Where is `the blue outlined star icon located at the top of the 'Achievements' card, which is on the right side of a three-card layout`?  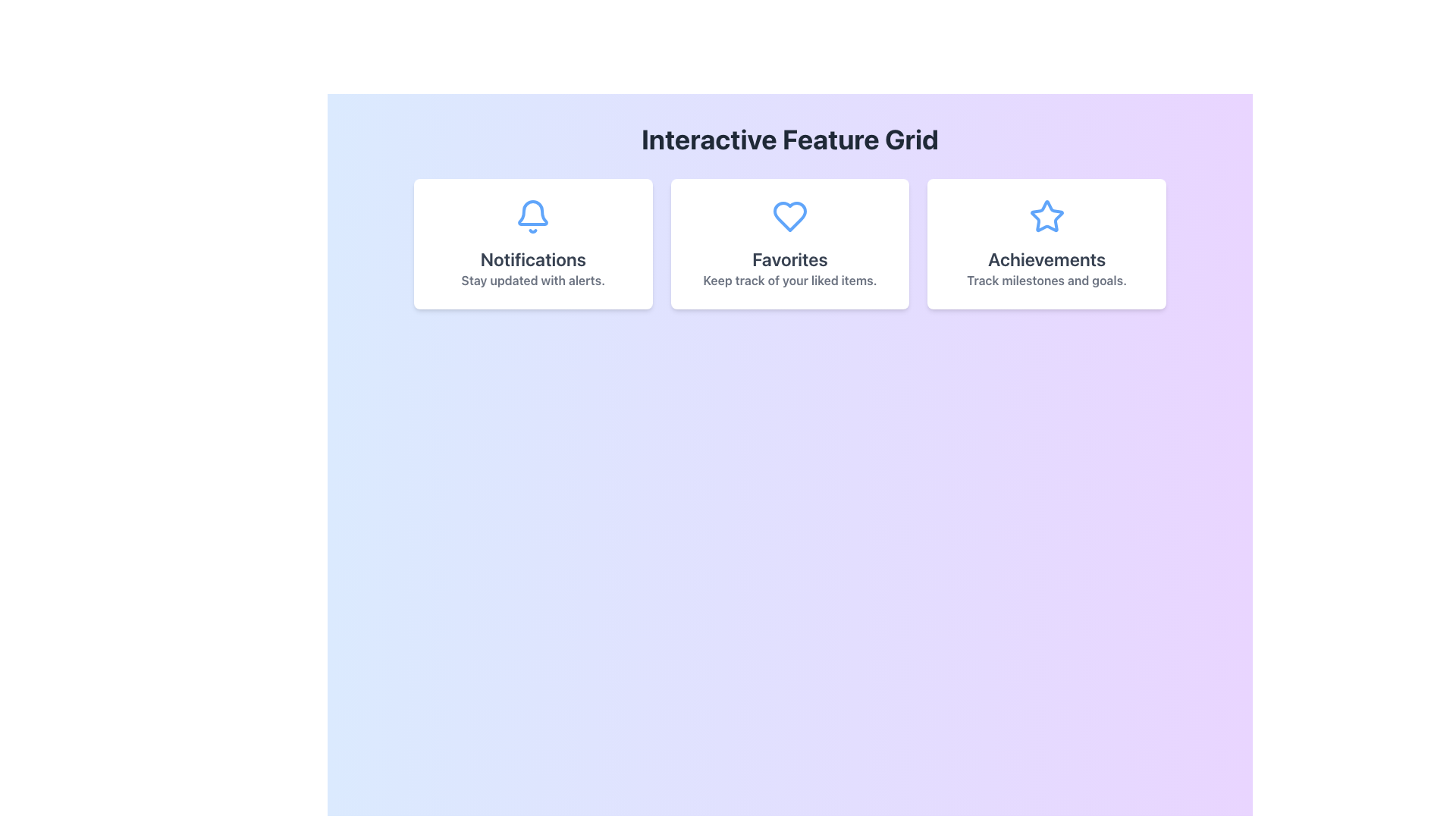 the blue outlined star icon located at the top of the 'Achievements' card, which is on the right side of a three-card layout is located at coordinates (1046, 216).